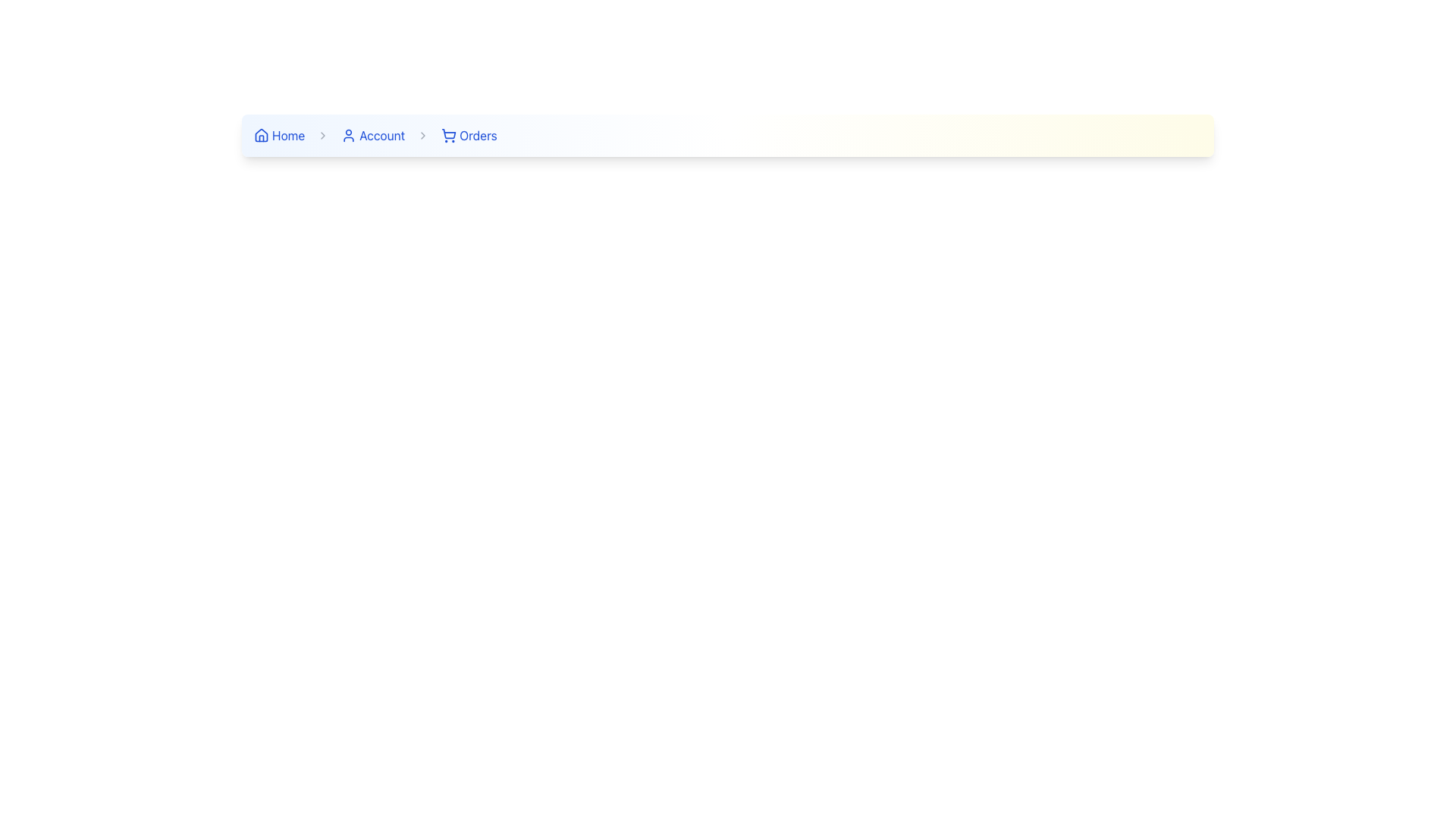  I want to click on the 'Home' icon in the breadcrumb navigation, so click(262, 134).